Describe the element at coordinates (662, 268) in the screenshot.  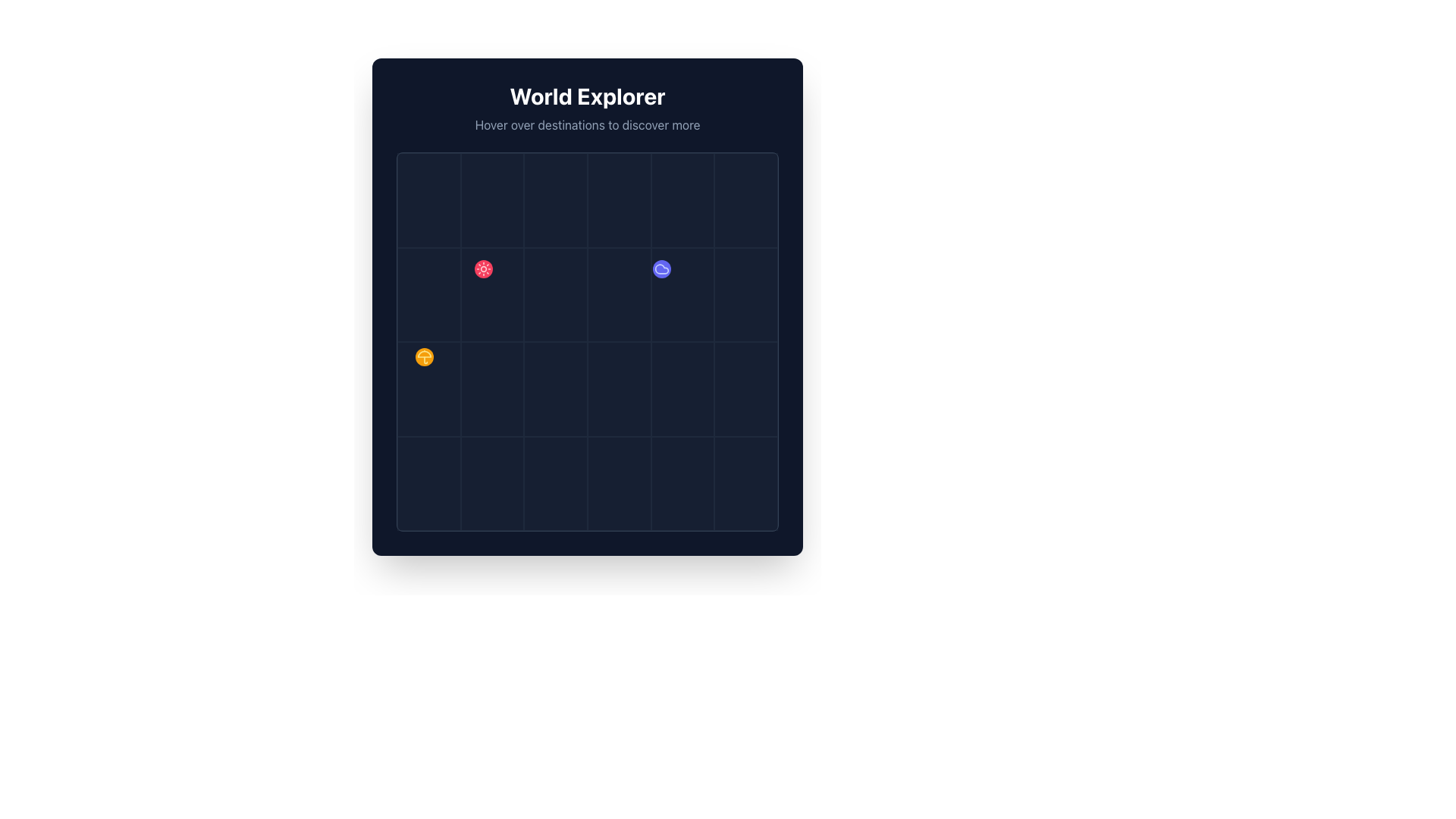
I see `the animated glowing effect surrounding the blue circular icon with a cloud symbol, located in the middle-right of the grid layout` at that location.